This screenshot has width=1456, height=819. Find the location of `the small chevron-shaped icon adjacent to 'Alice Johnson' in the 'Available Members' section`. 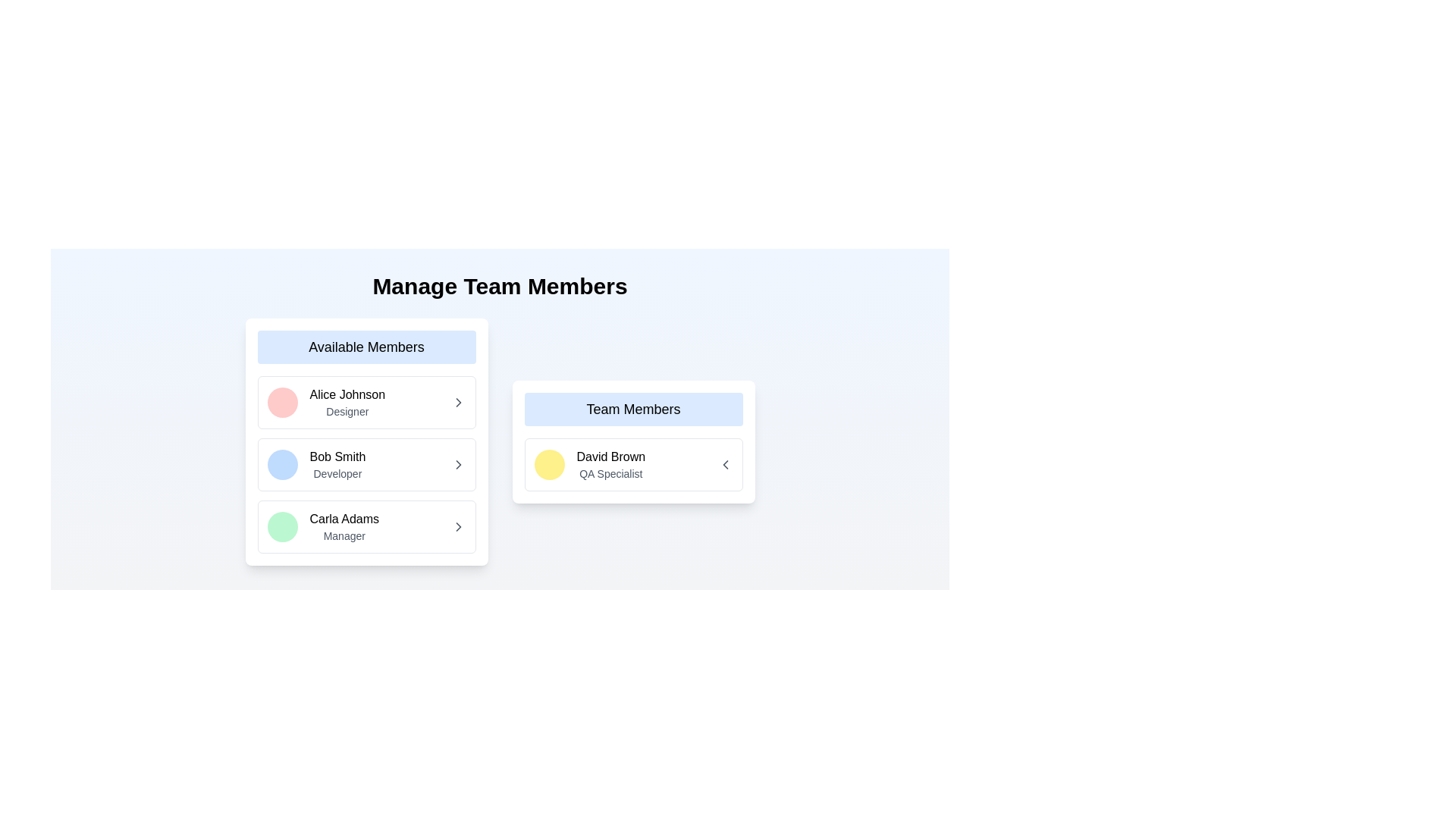

the small chevron-shaped icon adjacent to 'Alice Johnson' in the 'Available Members' section is located at coordinates (457, 402).